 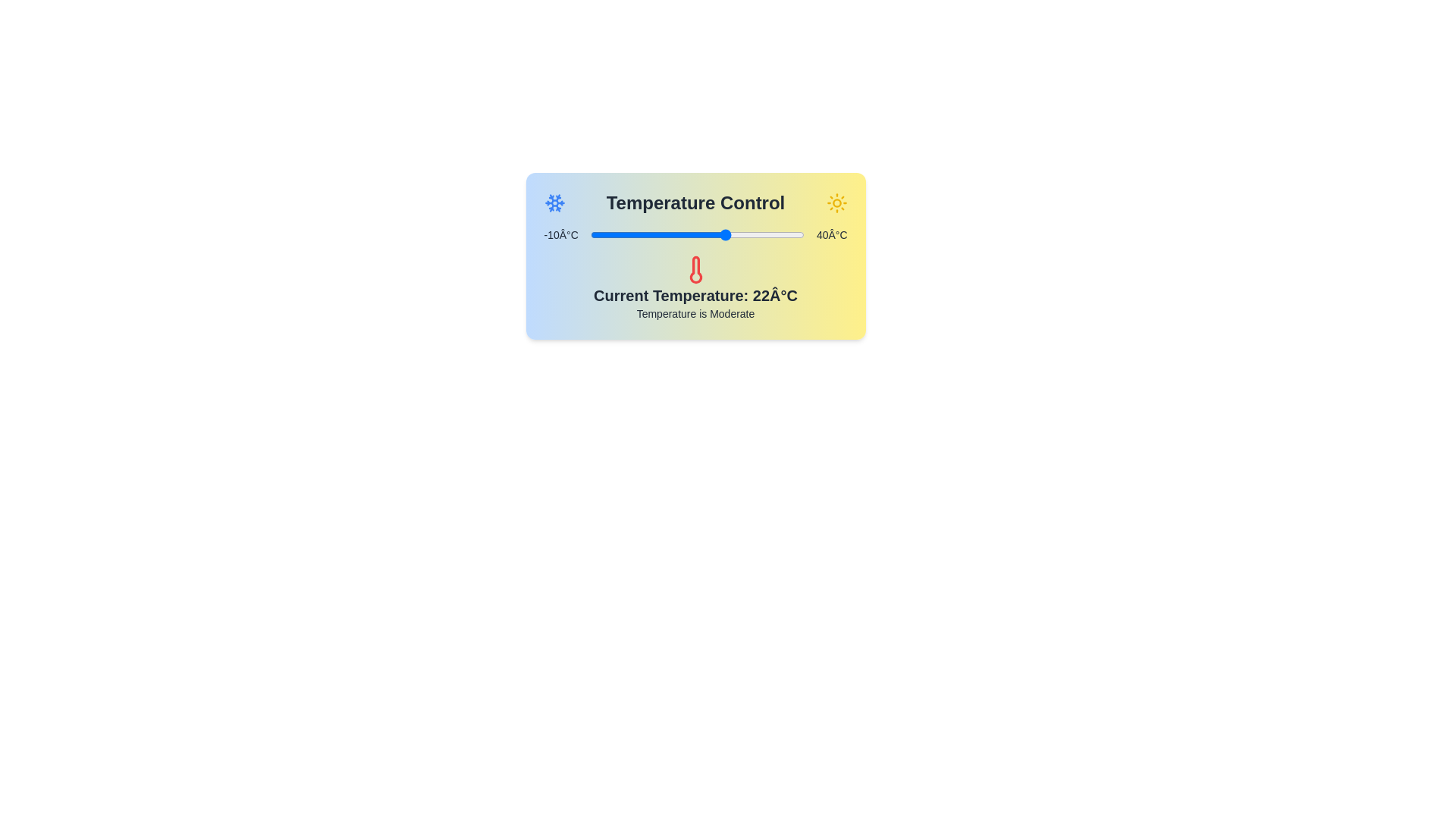 What do you see at coordinates (675, 234) in the screenshot?
I see `the temperature slider to set the temperature to 10 degrees Celsius` at bounding box center [675, 234].